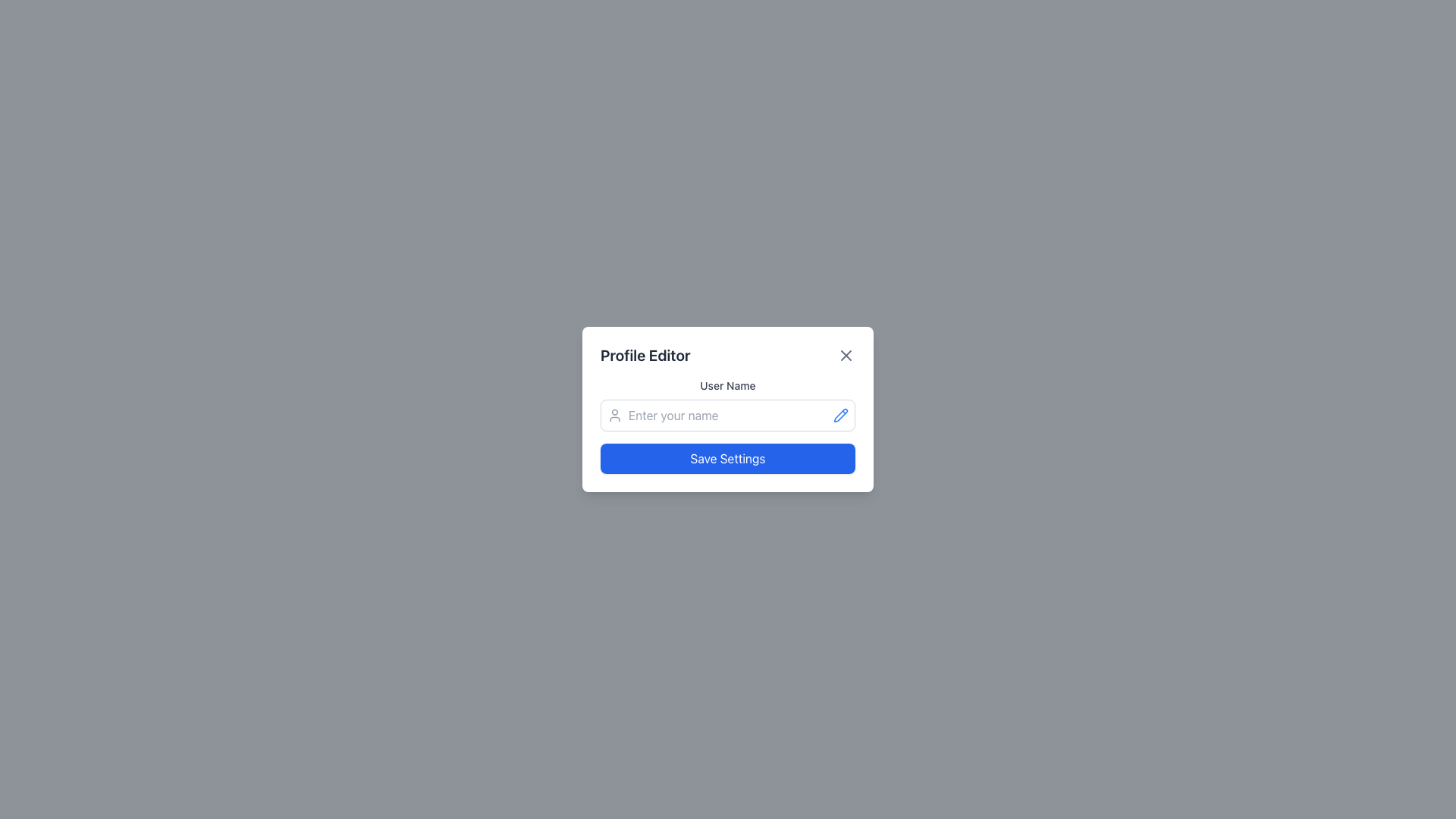 This screenshot has height=819, width=1456. Describe the element at coordinates (846, 356) in the screenshot. I see `the close button icon located in the top-right corner of the 'Profile Editor' dialog` at that location.